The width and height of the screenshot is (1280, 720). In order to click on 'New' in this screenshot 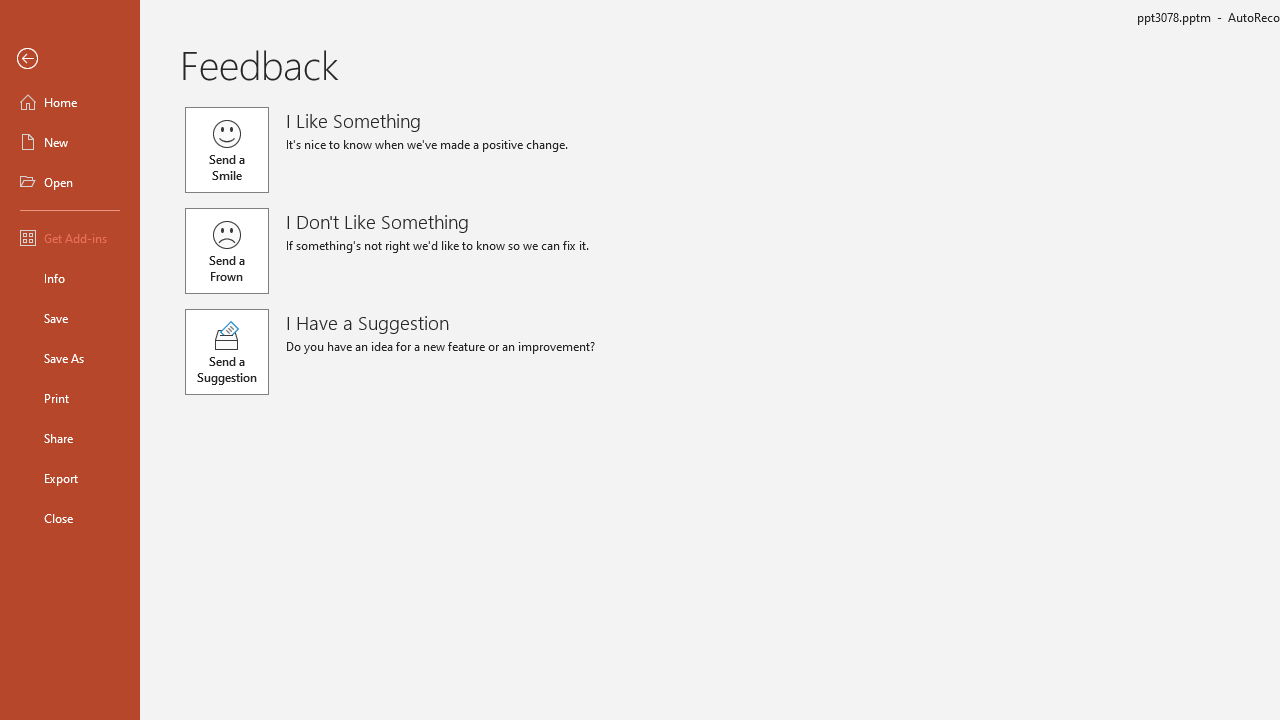, I will do `click(69, 140)`.